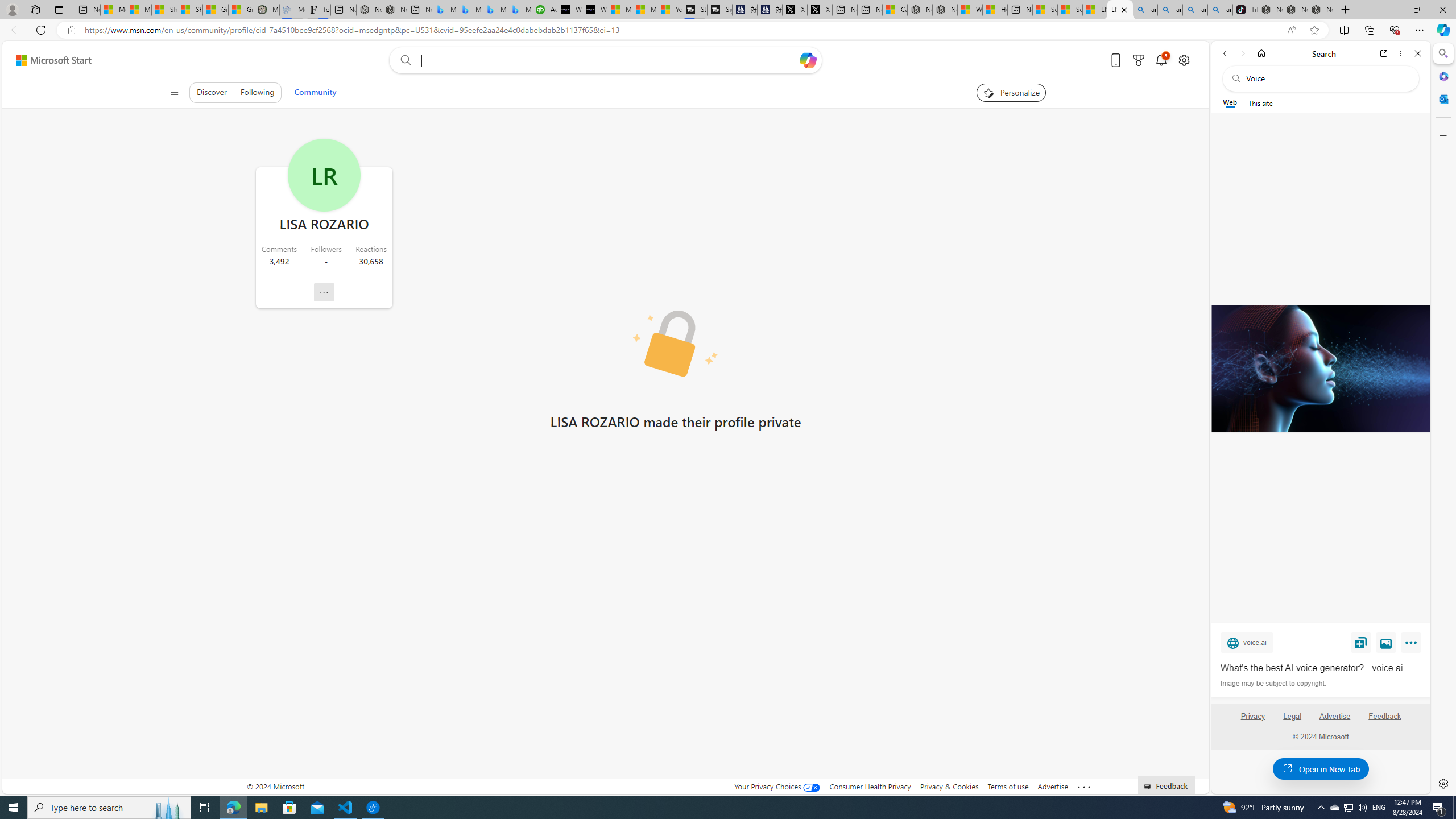 Image resolution: width=1456 pixels, height=819 pixels. I want to click on 'Legal', so click(1292, 721).